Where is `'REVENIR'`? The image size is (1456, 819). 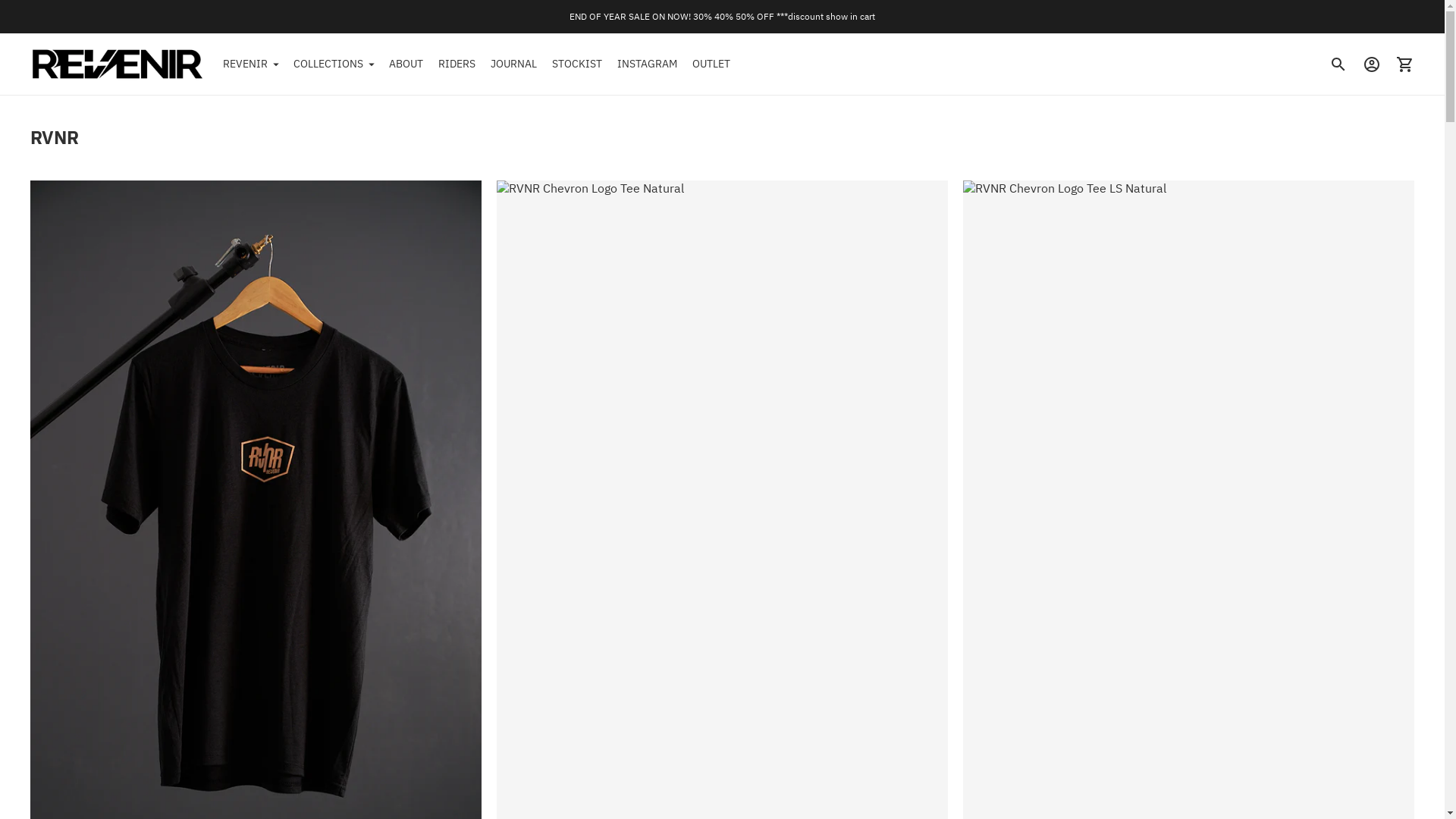
'REVENIR' is located at coordinates (250, 63).